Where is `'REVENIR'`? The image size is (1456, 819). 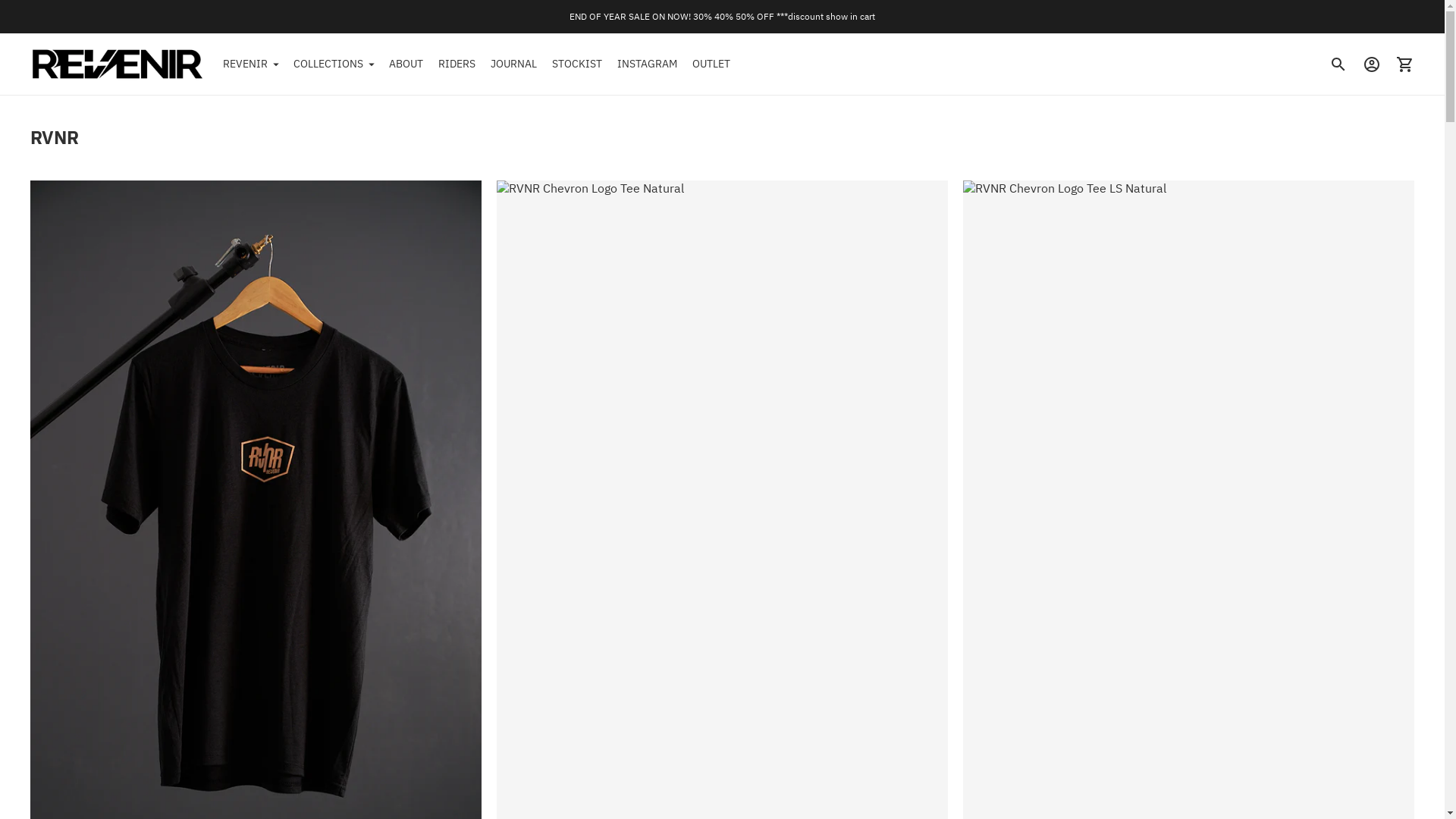
'REVENIR' is located at coordinates (250, 63).